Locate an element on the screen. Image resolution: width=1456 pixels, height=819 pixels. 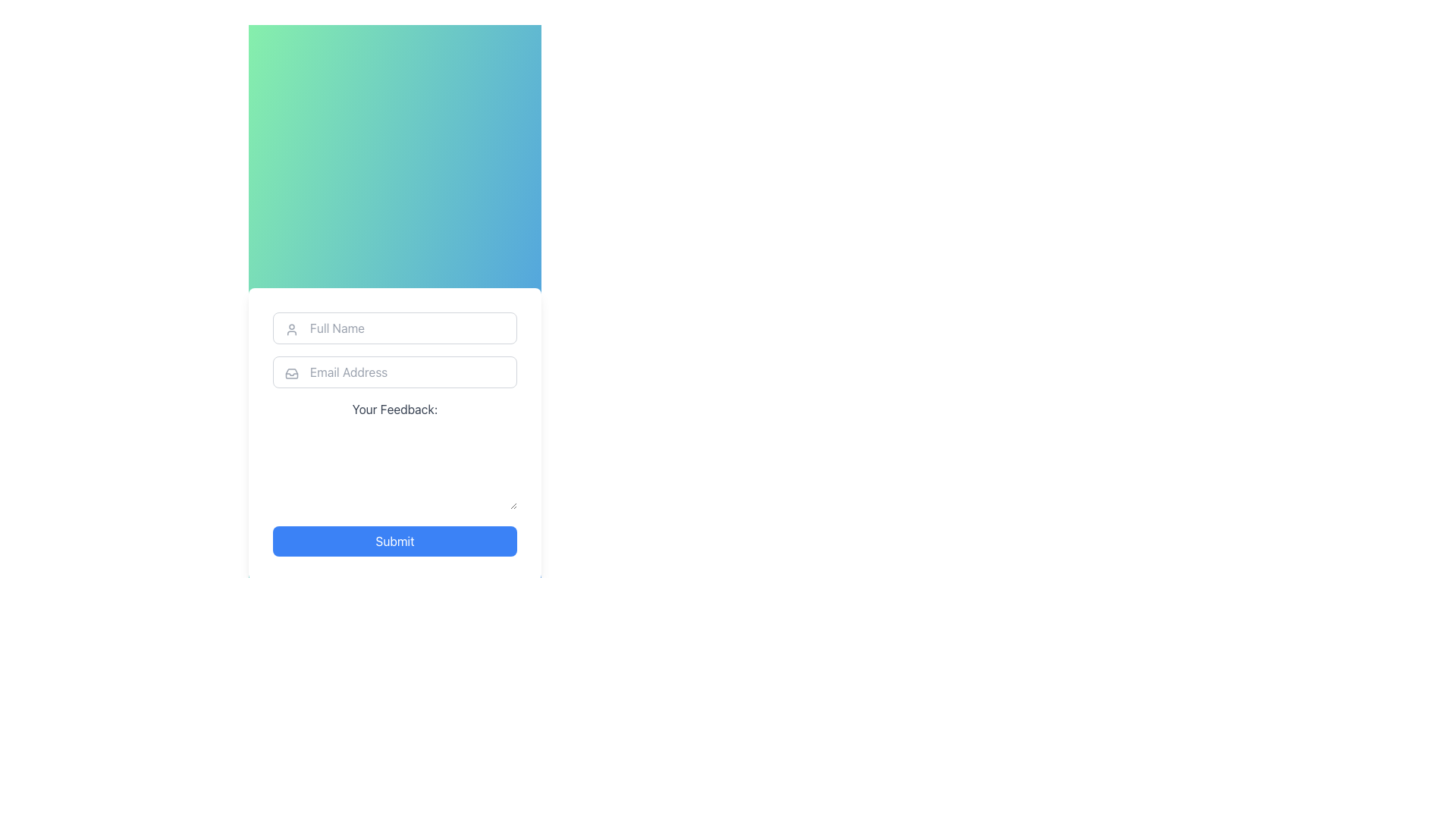
the user silhouette icon located to the left of the 'Full Name' input field, which is represented by a light gray color and simplistic design is located at coordinates (291, 329).